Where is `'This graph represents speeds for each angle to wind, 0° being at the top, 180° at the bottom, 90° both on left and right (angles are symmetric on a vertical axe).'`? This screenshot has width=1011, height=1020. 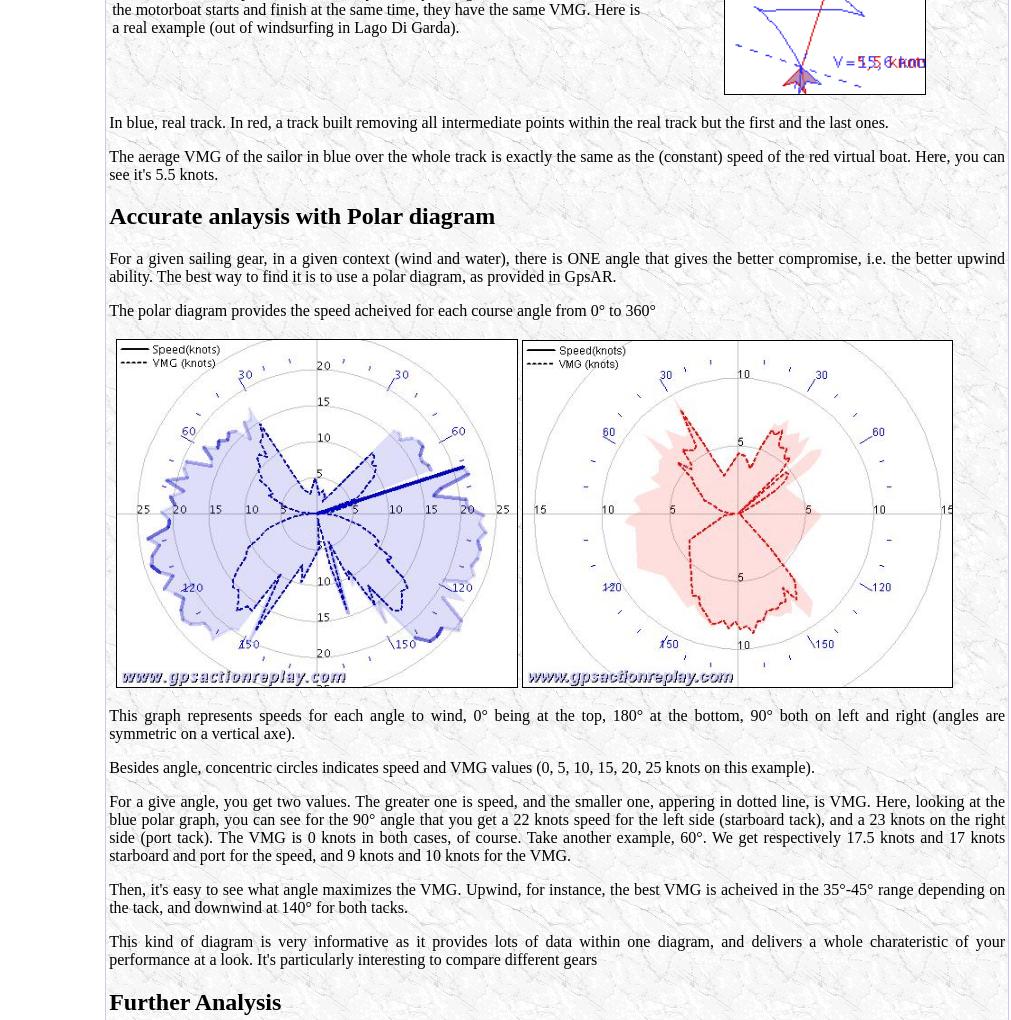 'This graph represents speeds for each angle to wind, 0° being at the top, 180° at the bottom, 90° both on left and right (angles are symmetric on a vertical axe).' is located at coordinates (556, 724).